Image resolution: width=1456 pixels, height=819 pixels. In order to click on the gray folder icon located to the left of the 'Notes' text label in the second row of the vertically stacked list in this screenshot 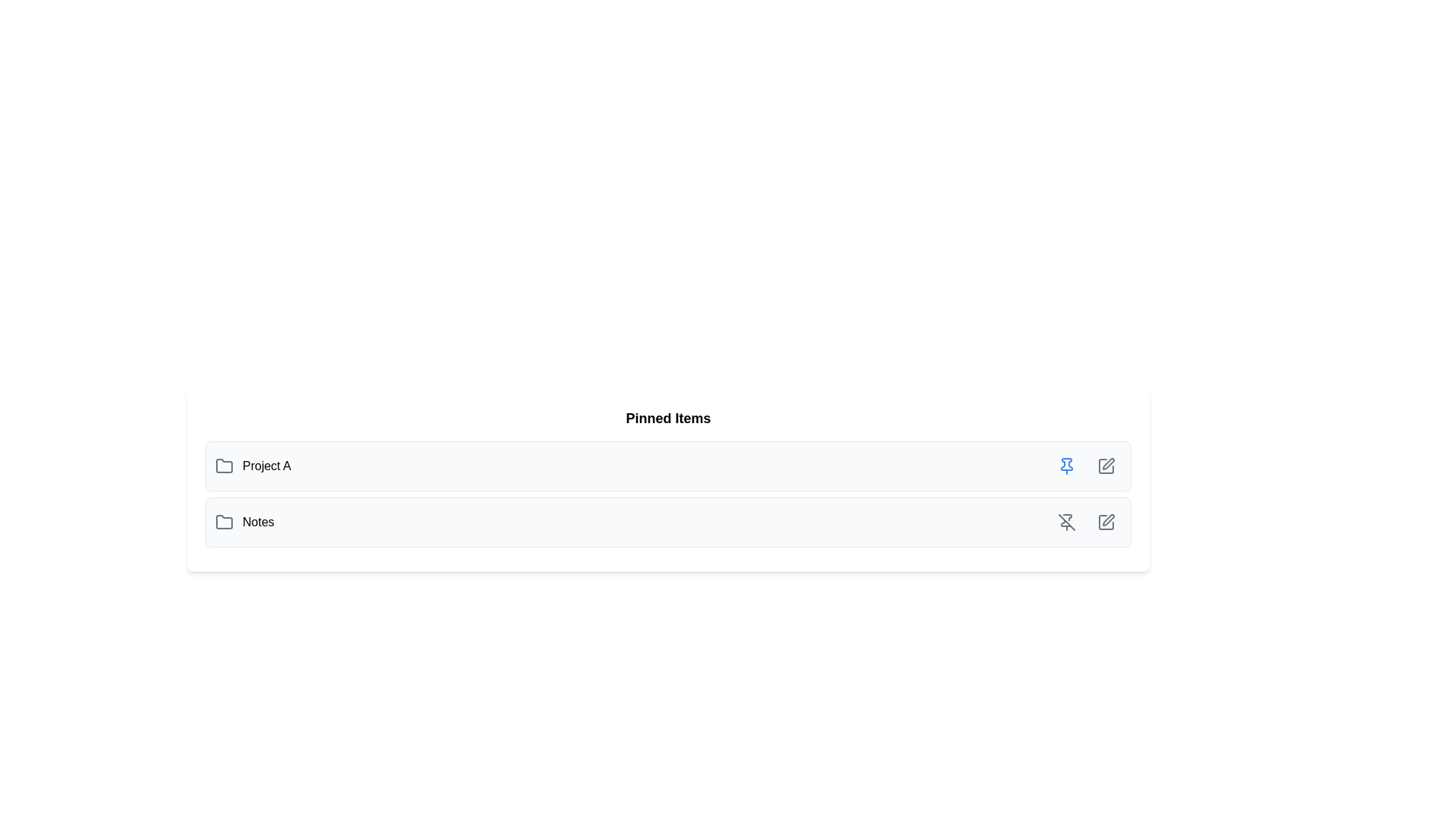, I will do `click(224, 522)`.